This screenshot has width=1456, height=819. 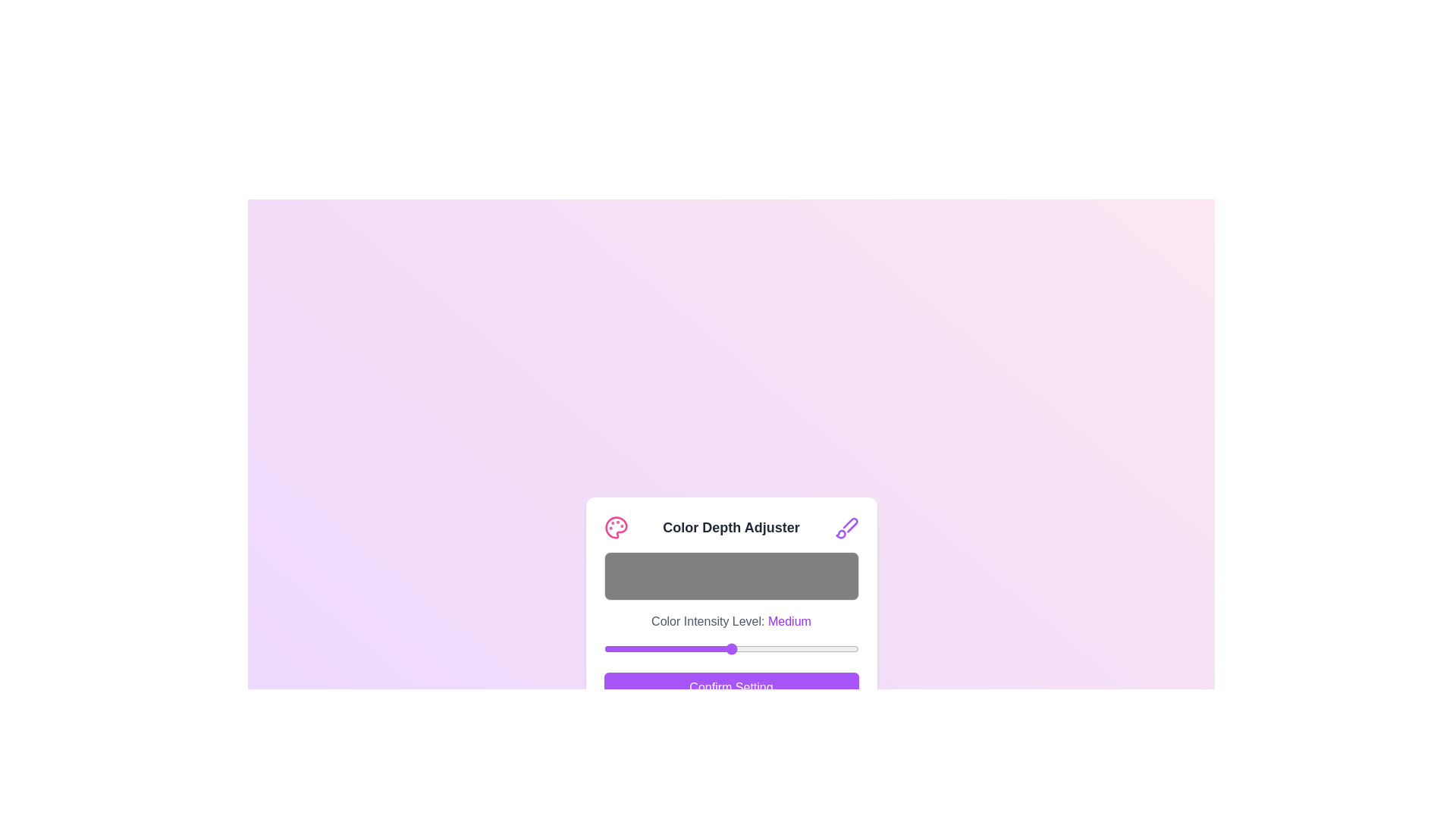 I want to click on the color intensity slider to 235 where 235 is a value between 0 and 255, so click(x=838, y=648).